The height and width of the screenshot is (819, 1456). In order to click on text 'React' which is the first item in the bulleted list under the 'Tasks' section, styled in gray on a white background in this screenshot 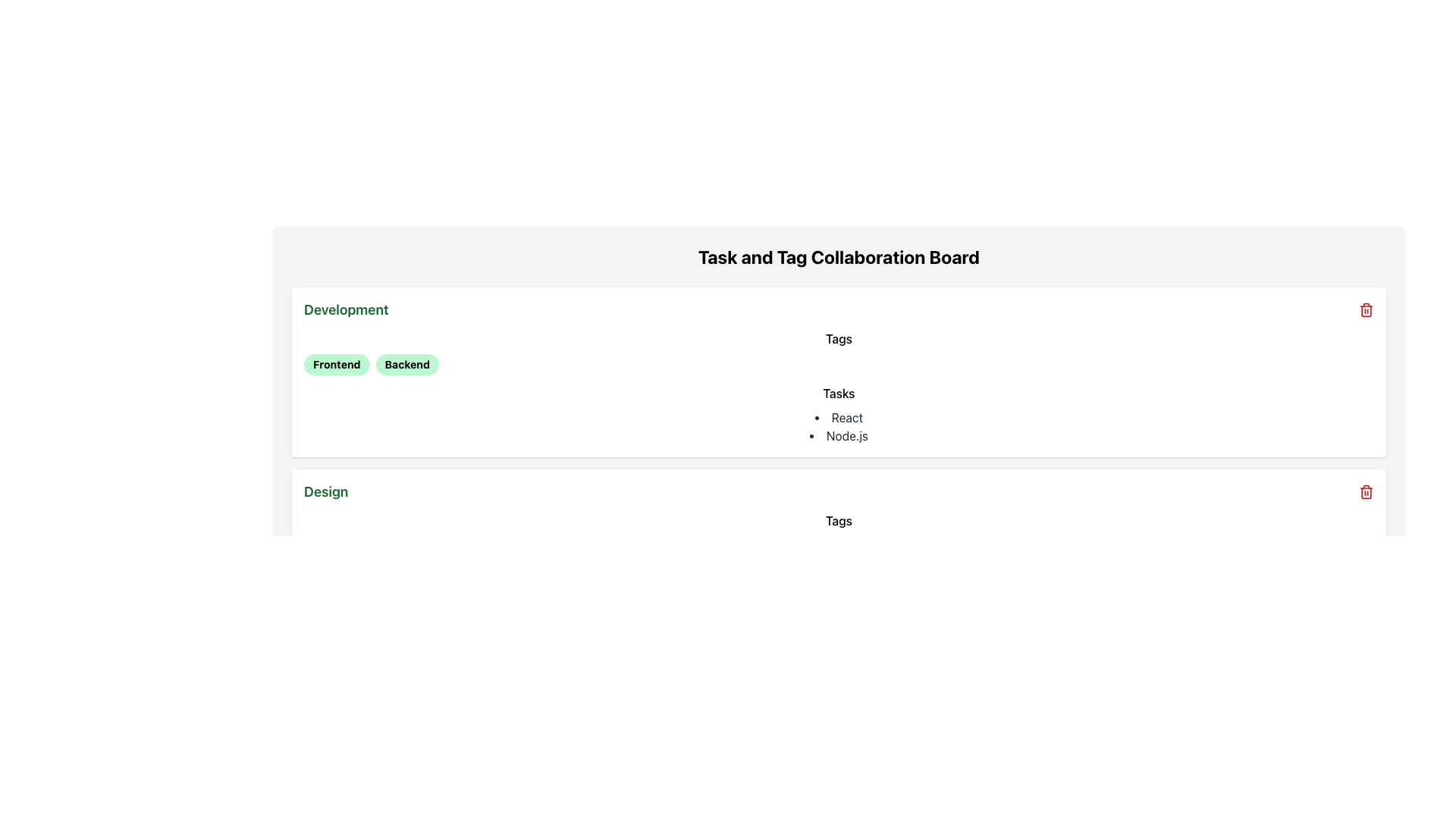, I will do `click(838, 418)`.